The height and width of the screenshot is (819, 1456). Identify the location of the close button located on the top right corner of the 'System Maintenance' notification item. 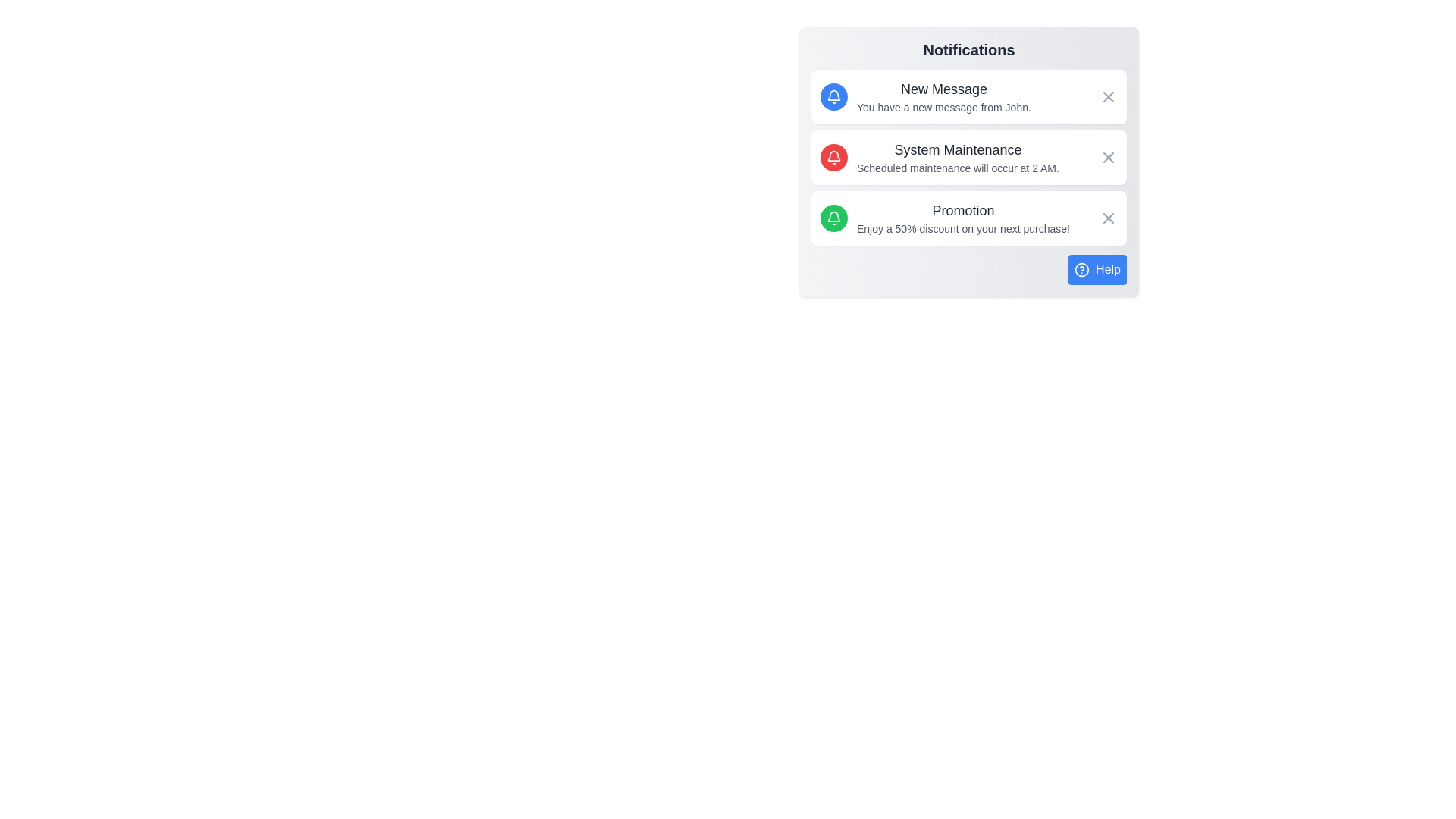
(1109, 158).